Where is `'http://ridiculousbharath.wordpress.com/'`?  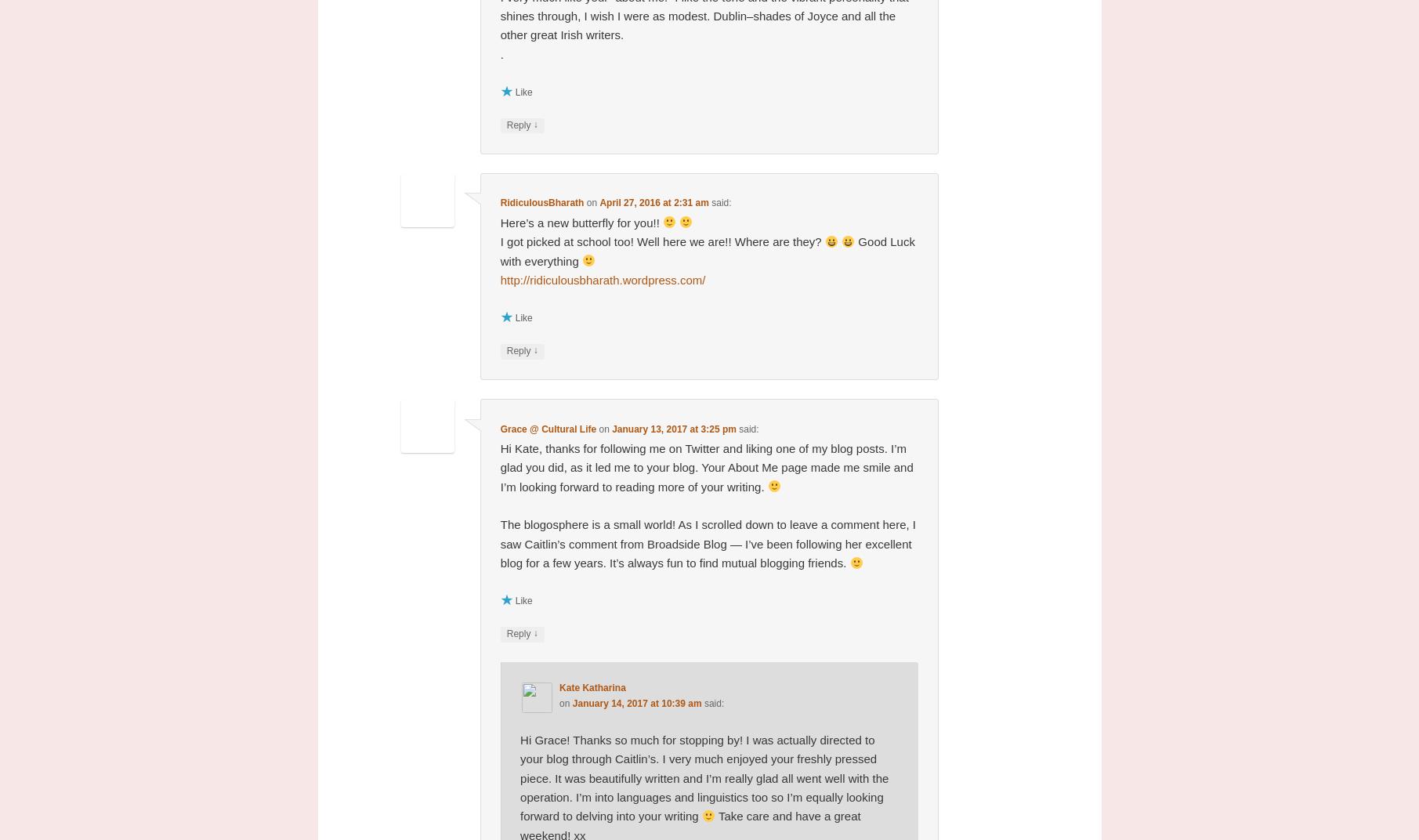
'http://ridiculousbharath.wordpress.com/' is located at coordinates (601, 279).